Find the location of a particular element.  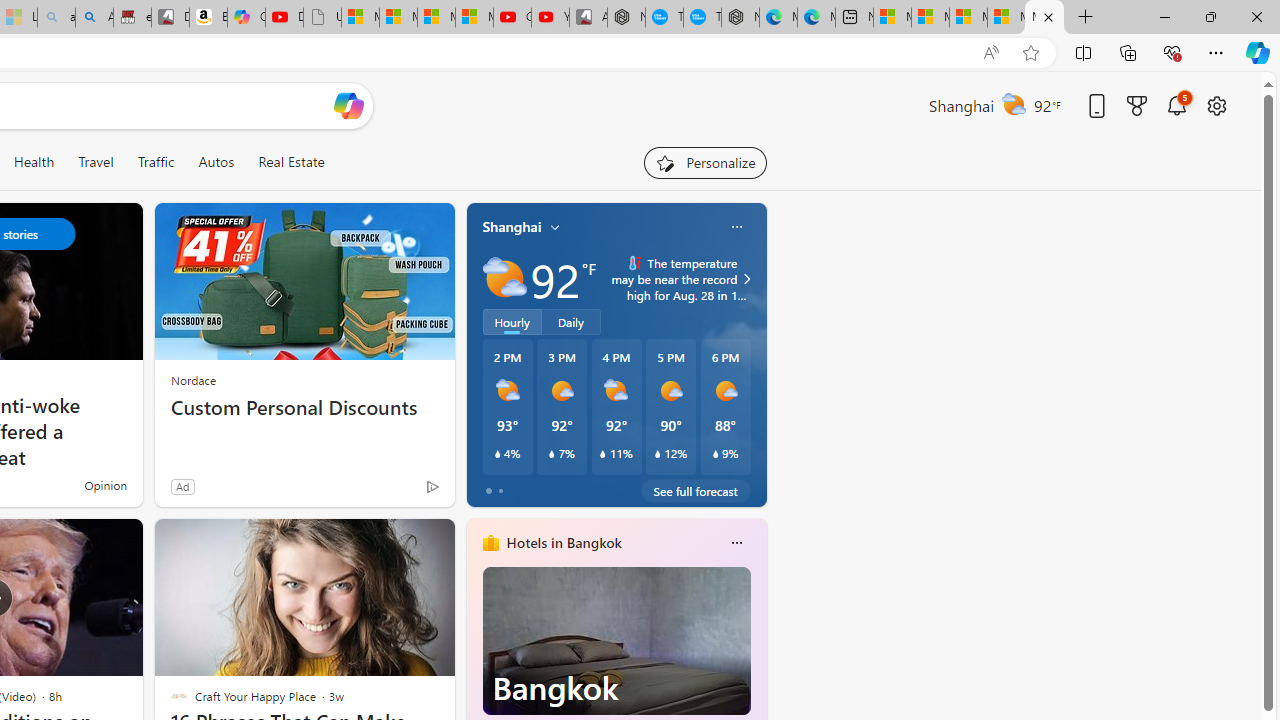

'See full forecast' is located at coordinates (695, 491).